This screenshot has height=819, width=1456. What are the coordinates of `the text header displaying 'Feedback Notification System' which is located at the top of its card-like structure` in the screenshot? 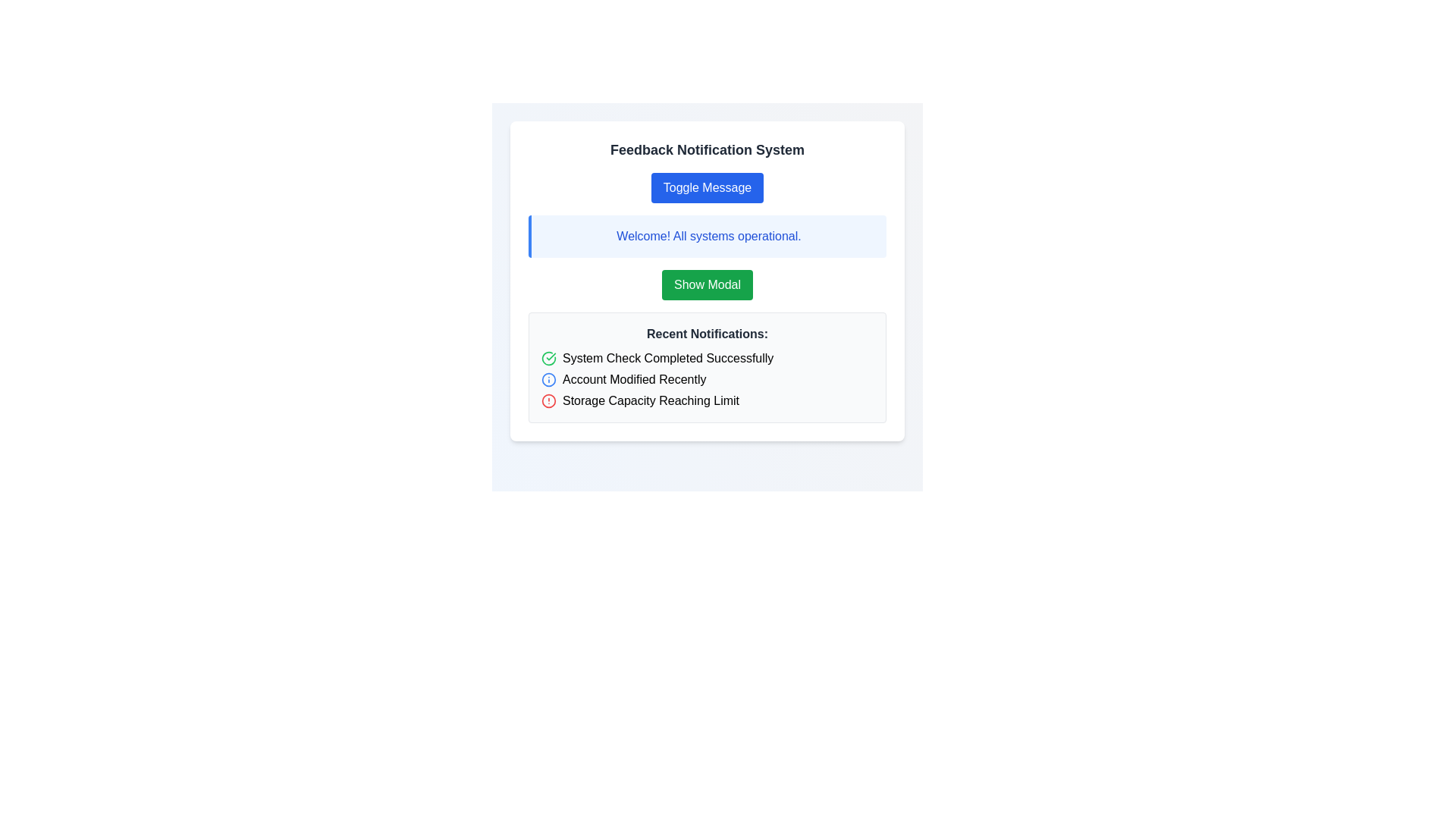 It's located at (706, 149).